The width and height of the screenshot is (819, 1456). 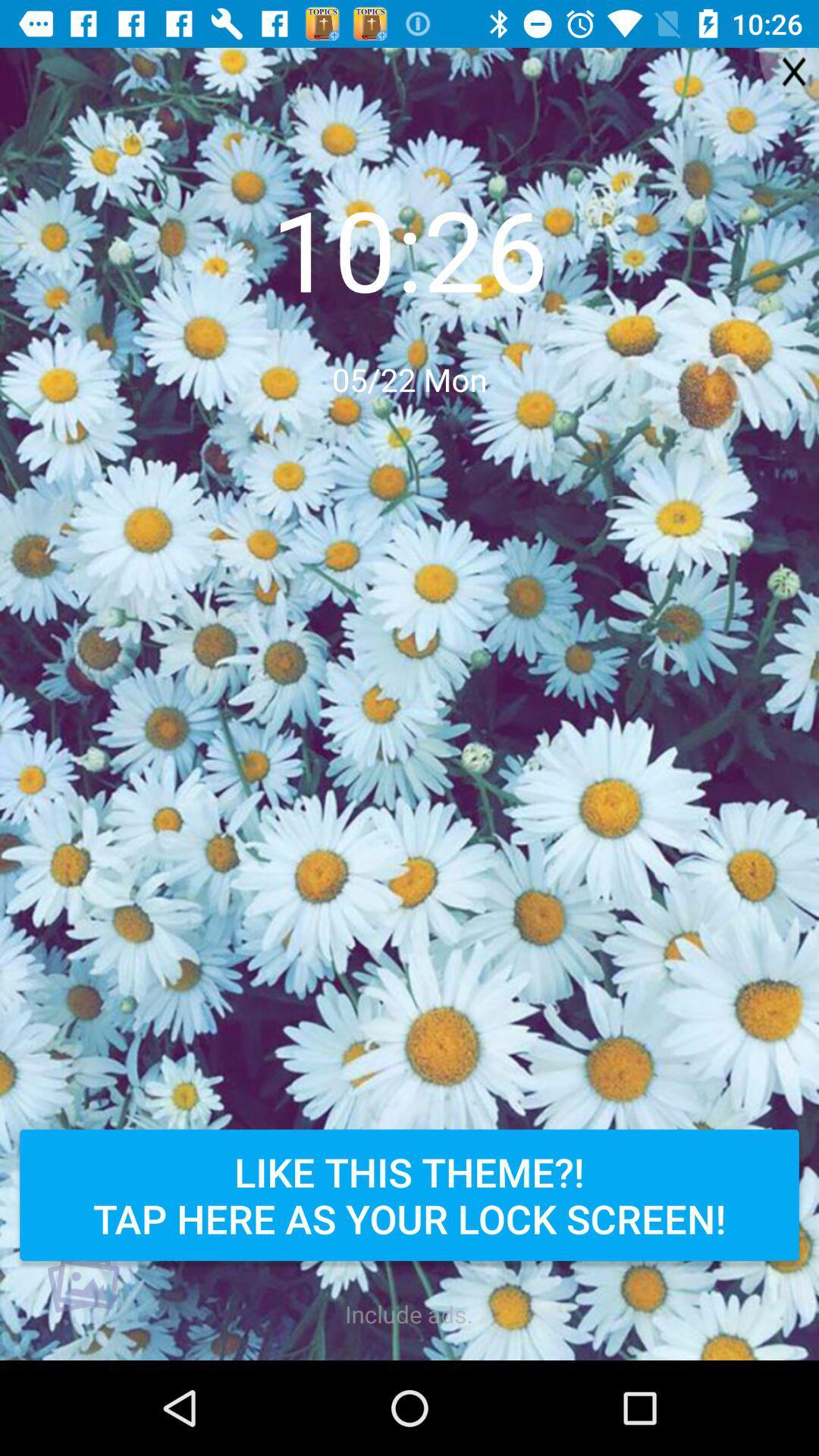 I want to click on the close icon, so click(x=788, y=77).